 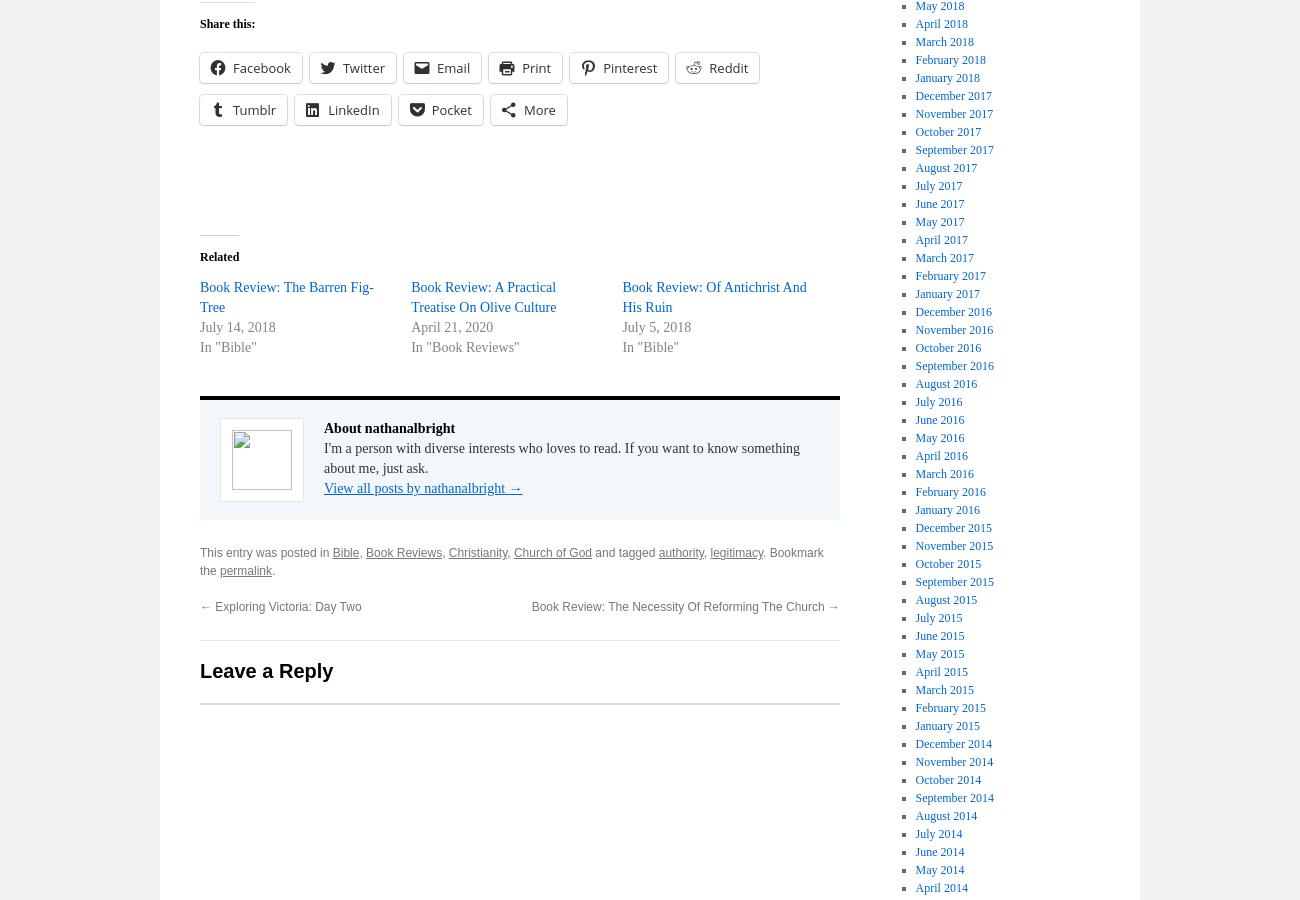 I want to click on 'October 2014', so click(x=913, y=779).